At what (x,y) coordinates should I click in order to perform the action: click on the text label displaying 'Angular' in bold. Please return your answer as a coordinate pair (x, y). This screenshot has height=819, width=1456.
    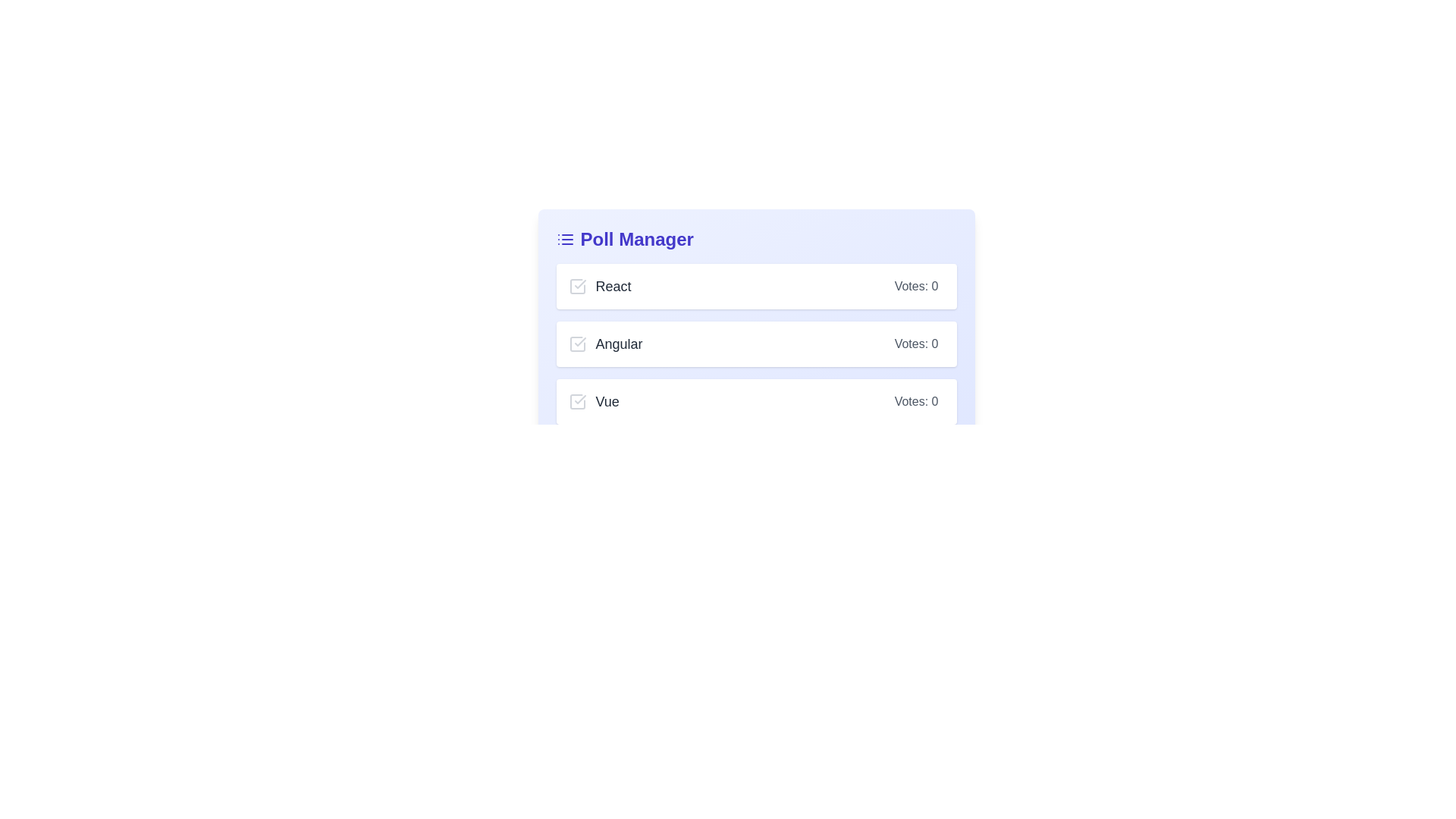
    Looking at the image, I should click on (619, 344).